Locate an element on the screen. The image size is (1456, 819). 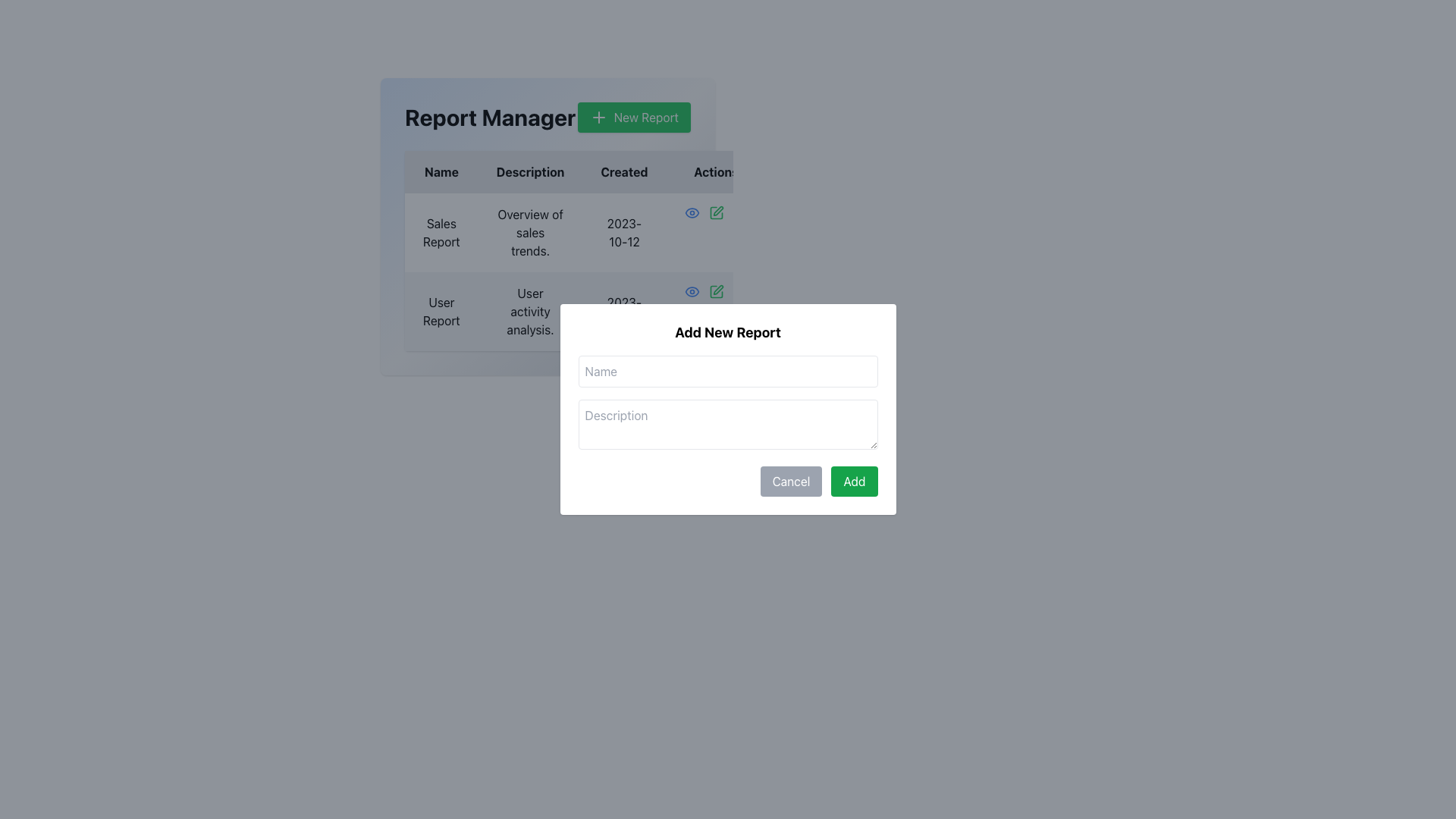
the delete button located in the last cell of the 'Actions' column for the 'Sales Report' entry to initiate the deletion process is located at coordinates (740, 213).